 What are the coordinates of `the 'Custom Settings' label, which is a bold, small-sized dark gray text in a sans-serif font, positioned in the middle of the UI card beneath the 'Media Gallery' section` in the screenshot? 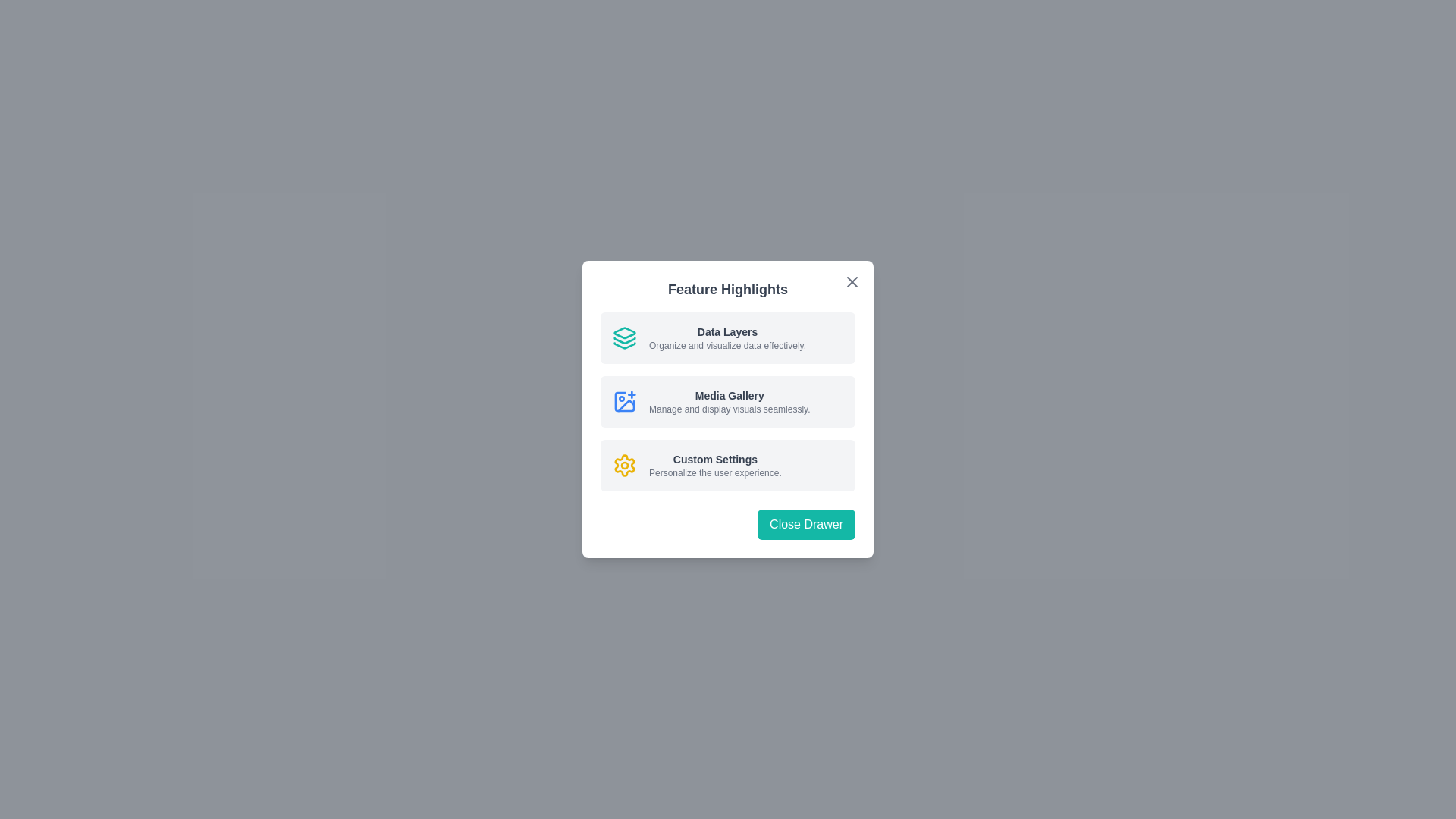 It's located at (714, 458).